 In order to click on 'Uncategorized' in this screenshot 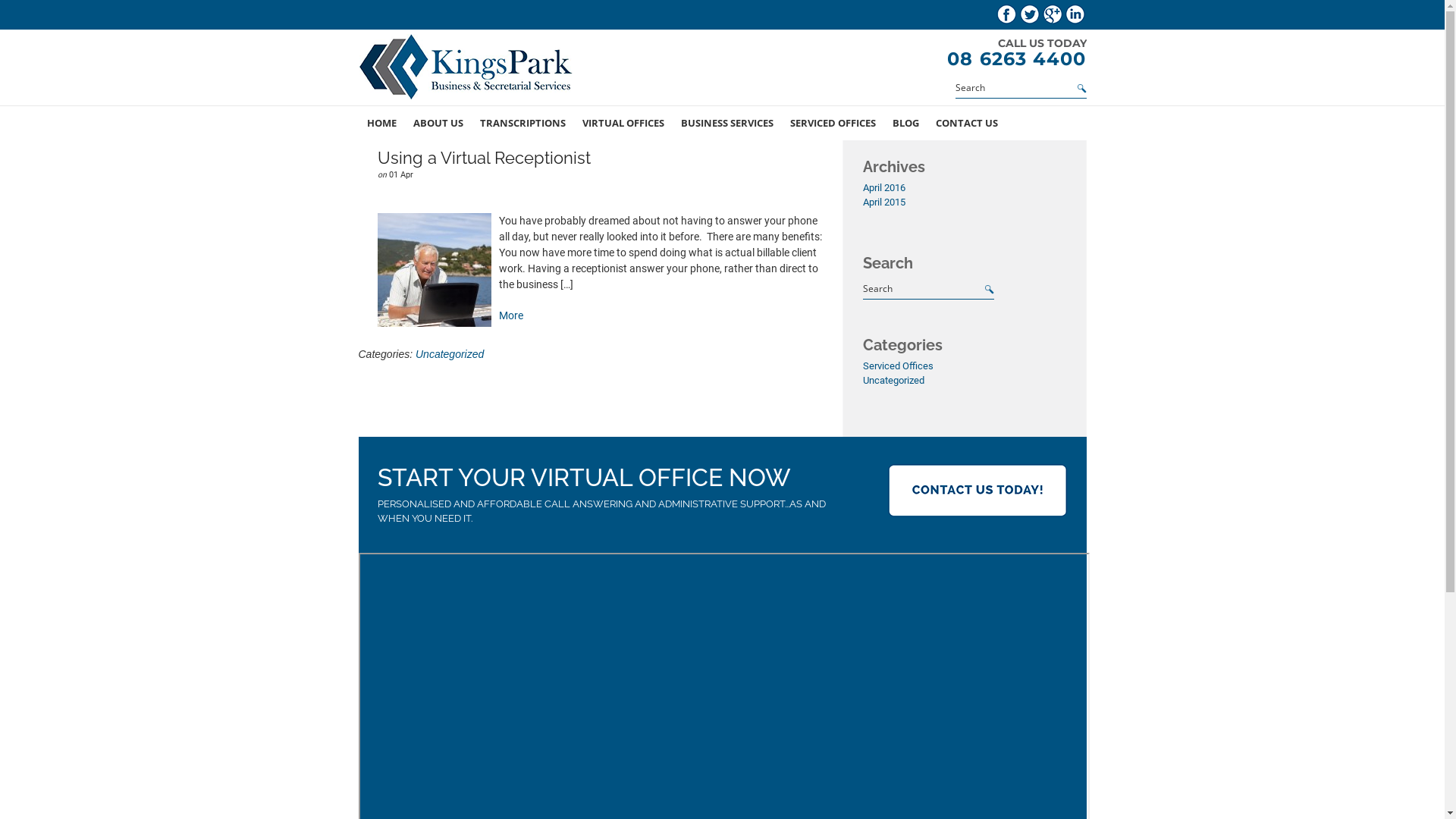, I will do `click(449, 353)`.